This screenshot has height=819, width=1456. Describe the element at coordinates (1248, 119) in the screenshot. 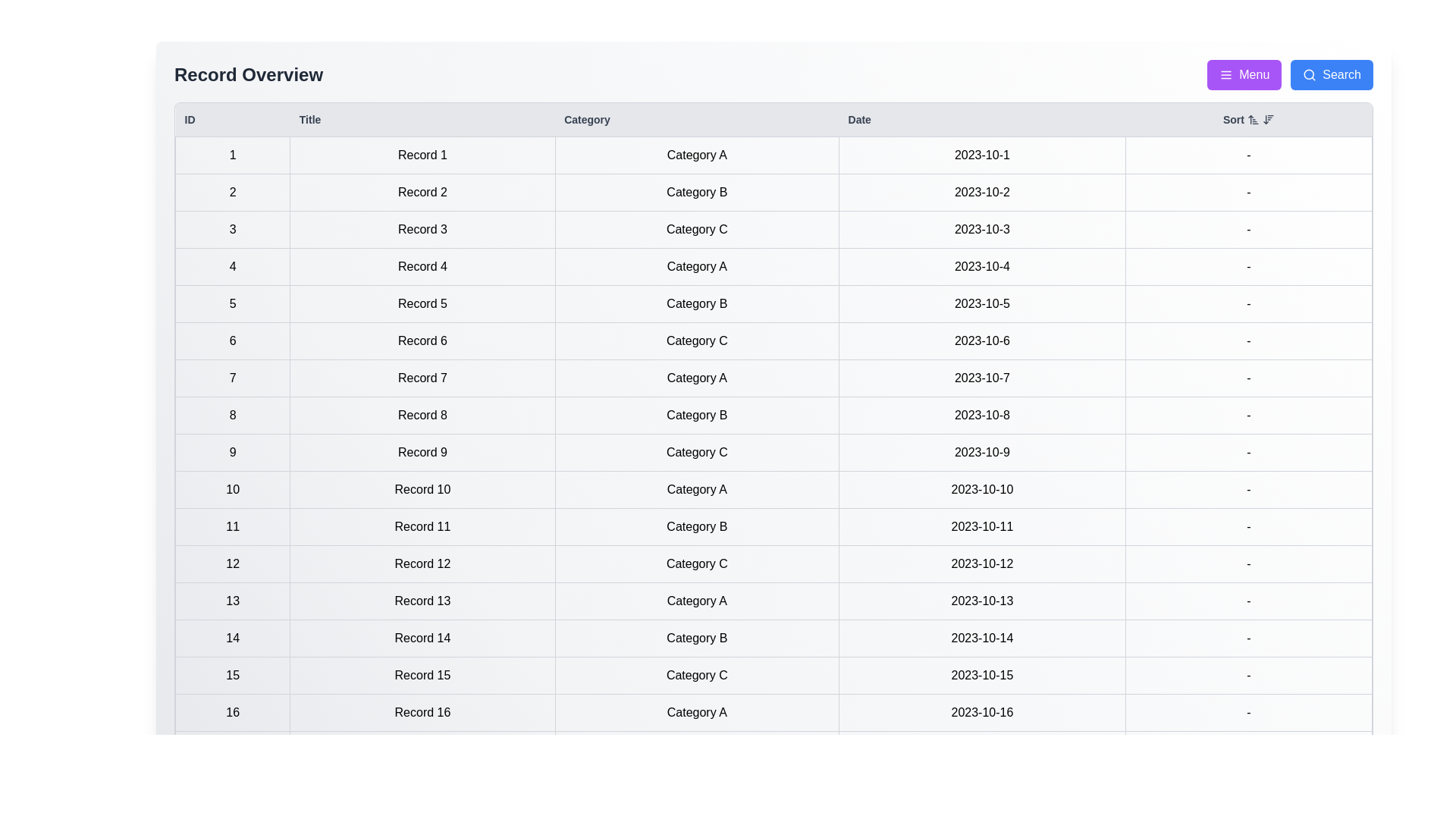

I see `the 'Sort' header to sort the table` at that location.